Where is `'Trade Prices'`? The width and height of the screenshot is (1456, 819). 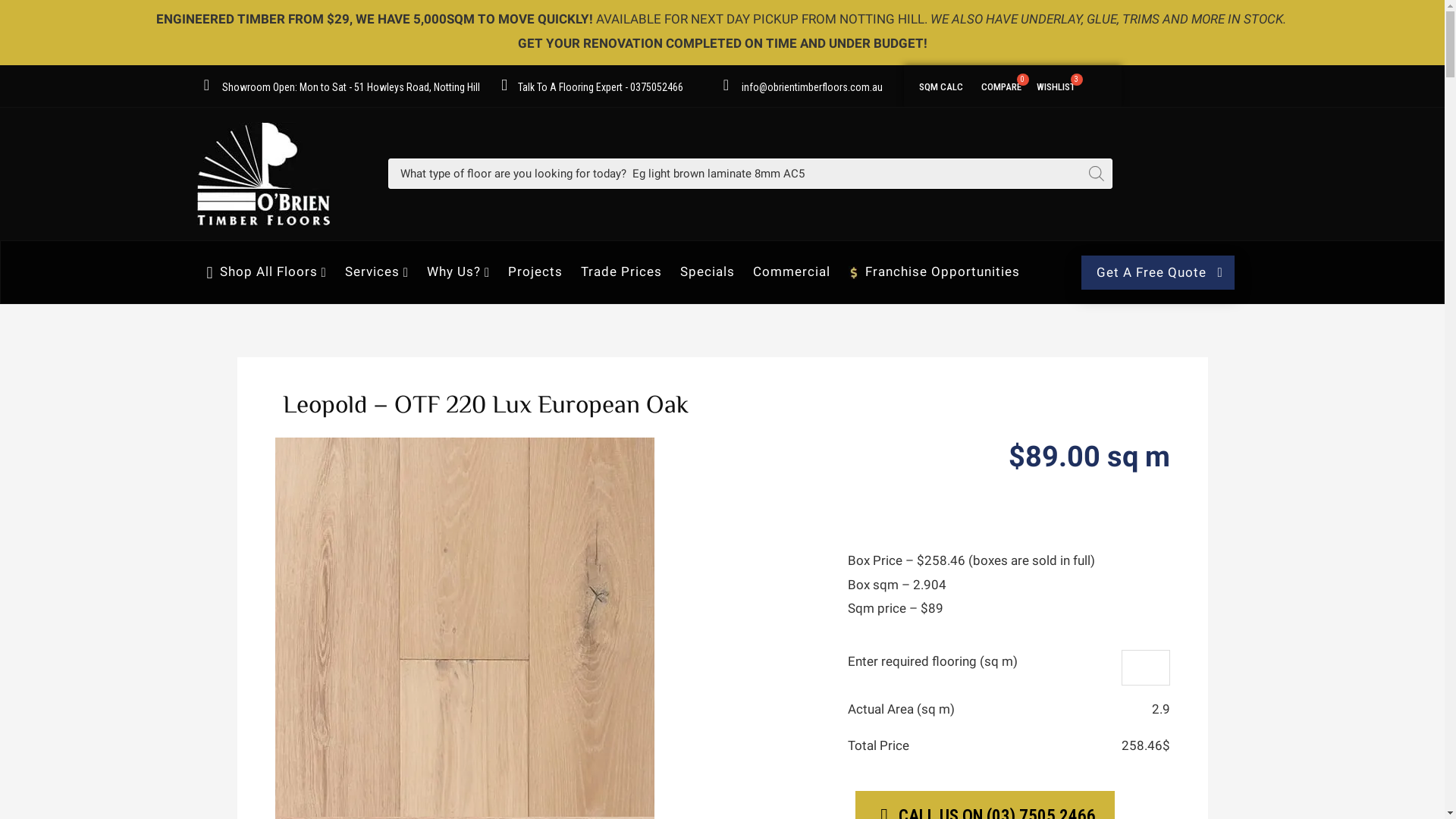
'Trade Prices' is located at coordinates (621, 271).